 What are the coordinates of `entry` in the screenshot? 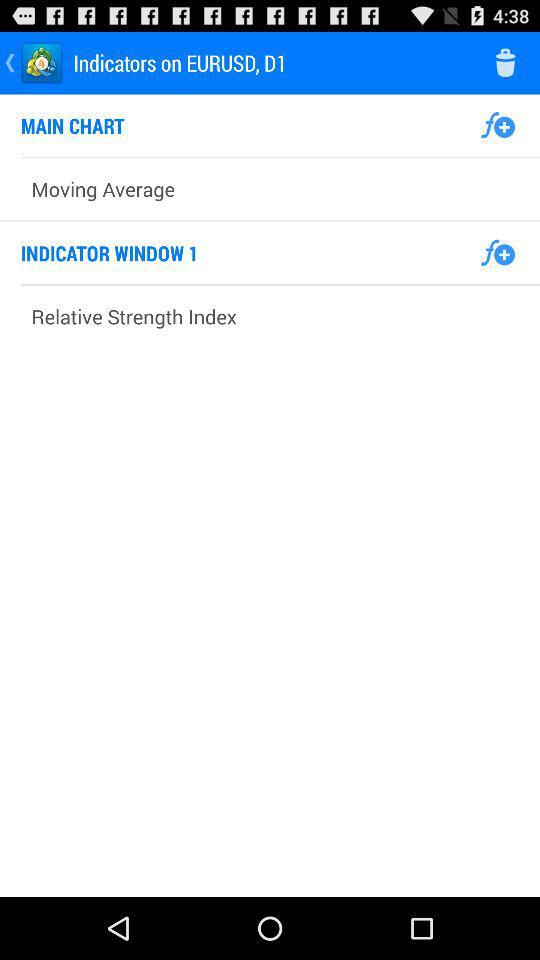 It's located at (496, 124).